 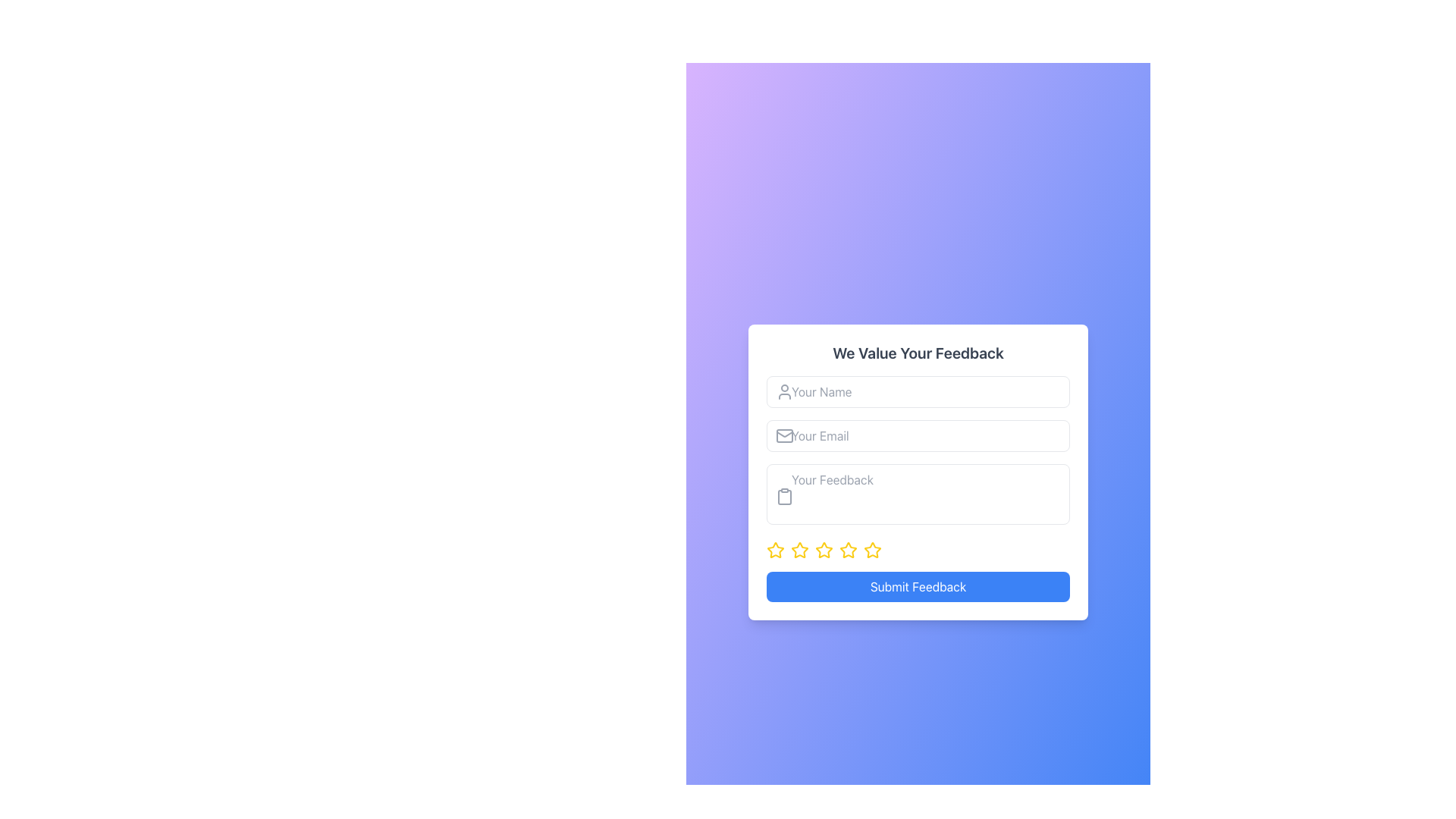 I want to click on the decorative SVG icon located inside the left portion of the 'Your Feedback' text input field to visually reinforce its purpose, so click(x=785, y=497).